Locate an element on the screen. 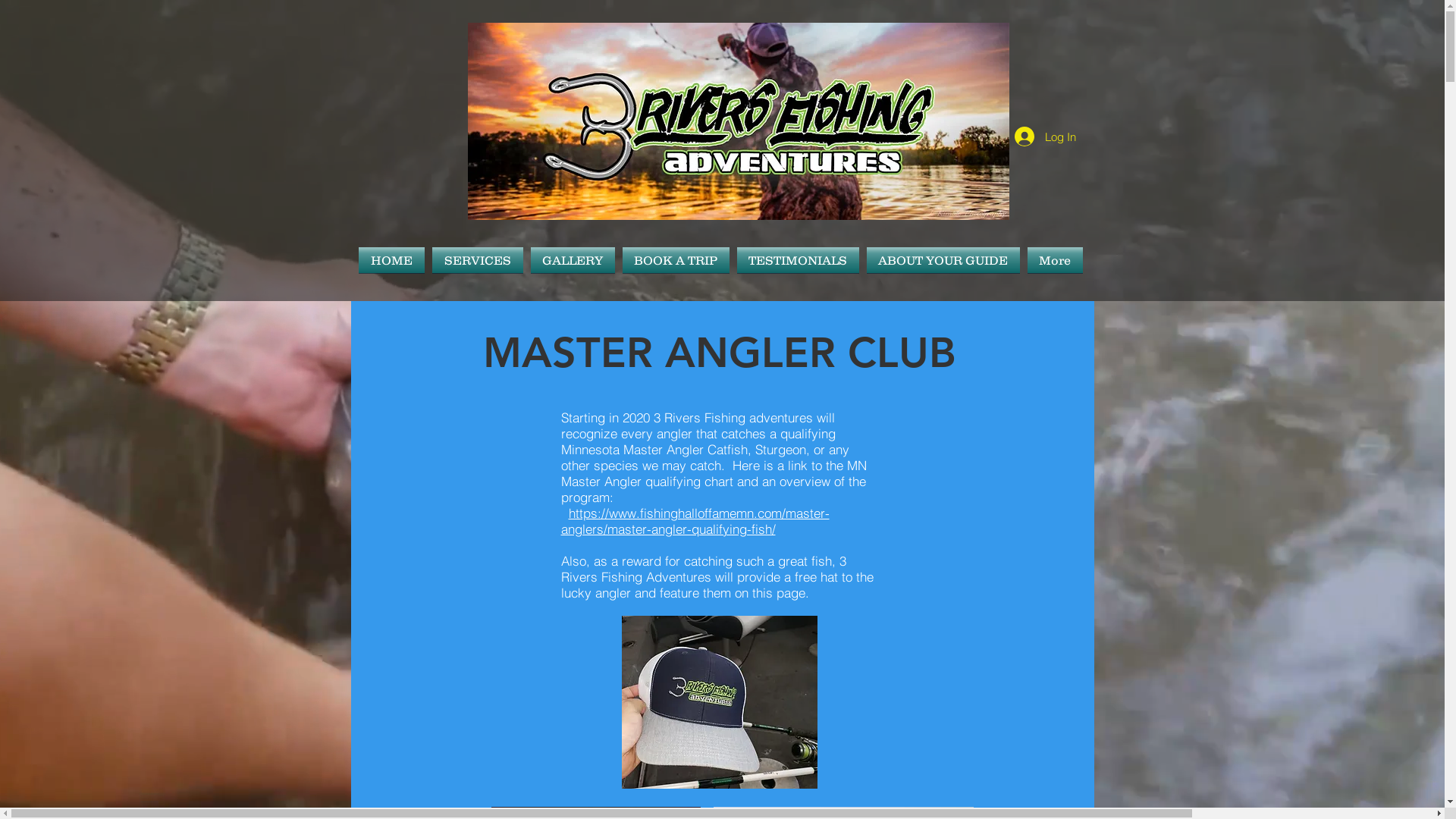 The image size is (1456, 819). 'TESTIMONIALS' is located at coordinates (796, 259).